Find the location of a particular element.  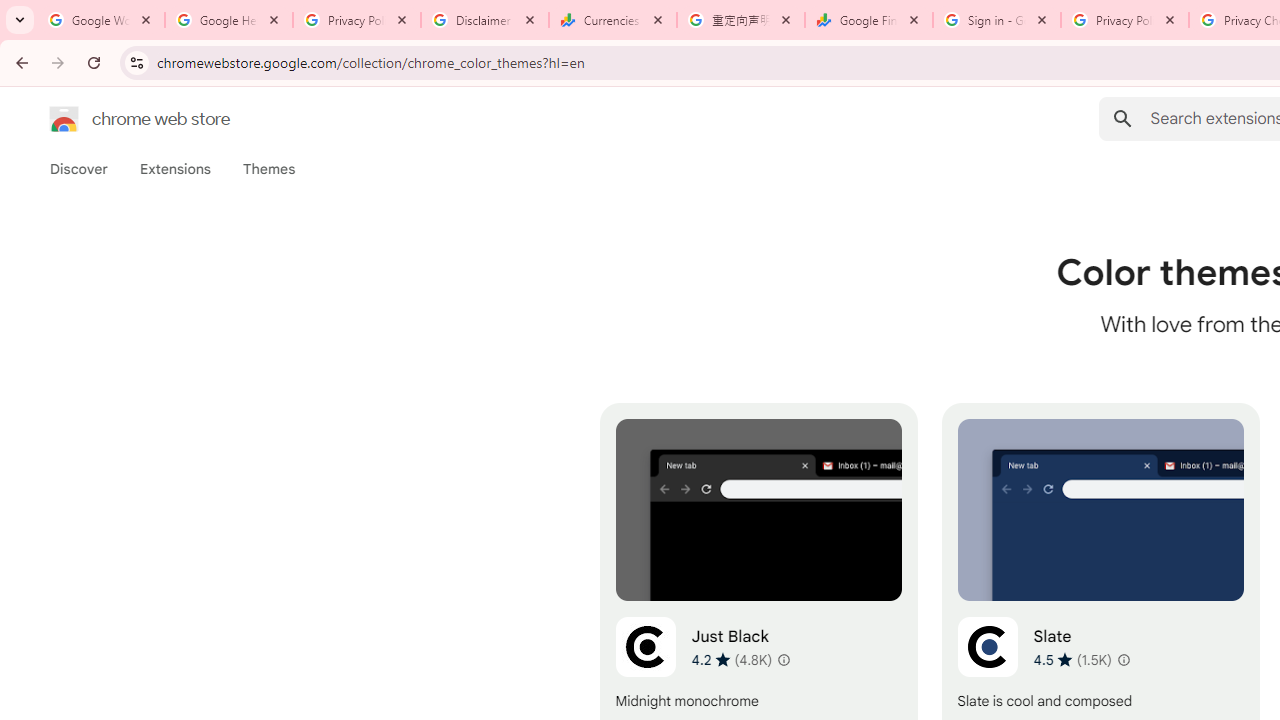

'Themes' is located at coordinates (268, 168).